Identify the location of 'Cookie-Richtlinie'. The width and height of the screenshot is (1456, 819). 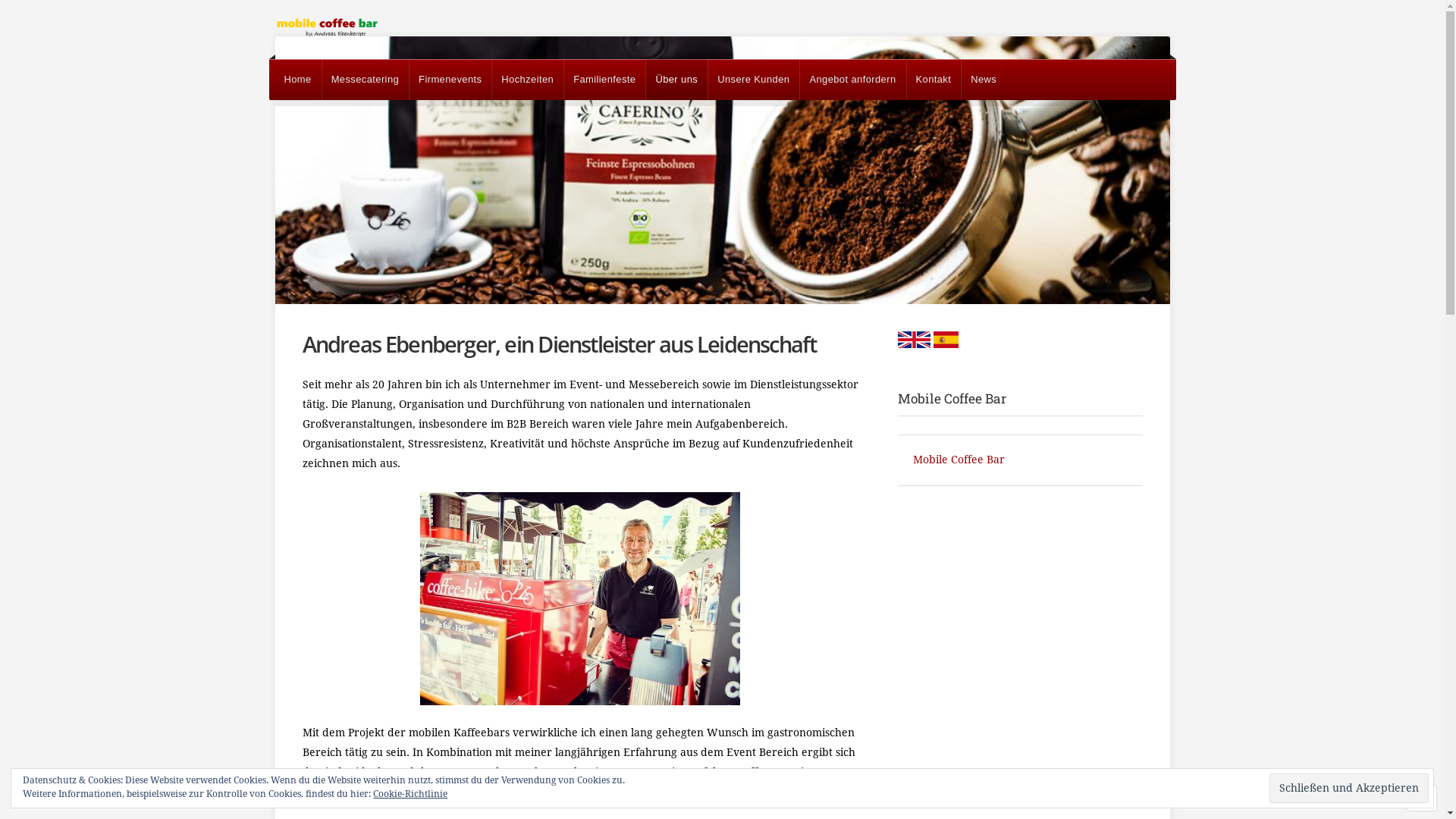
(410, 792).